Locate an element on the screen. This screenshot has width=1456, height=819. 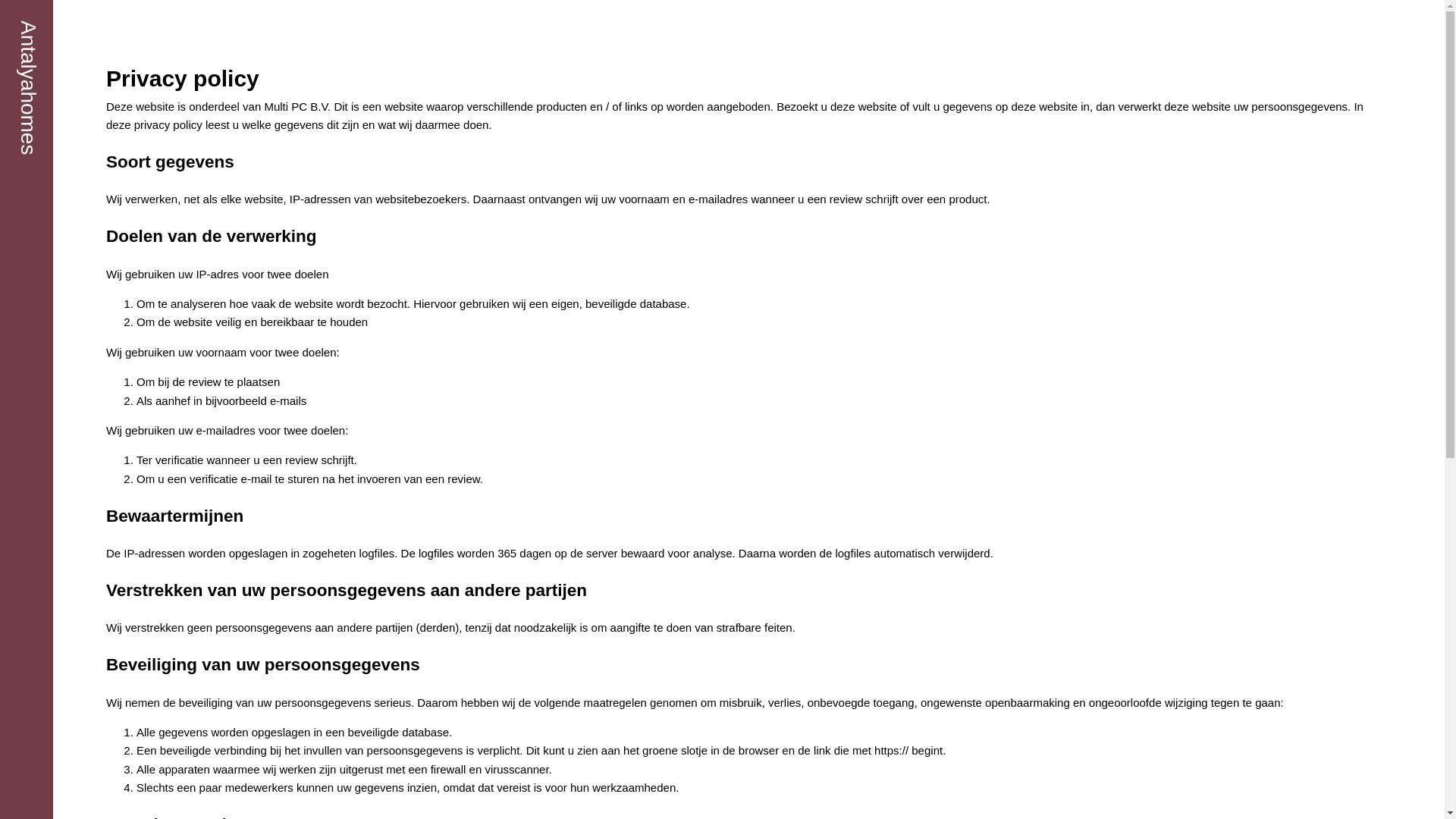
'Antalyahomes' is located at coordinates (28, 87).